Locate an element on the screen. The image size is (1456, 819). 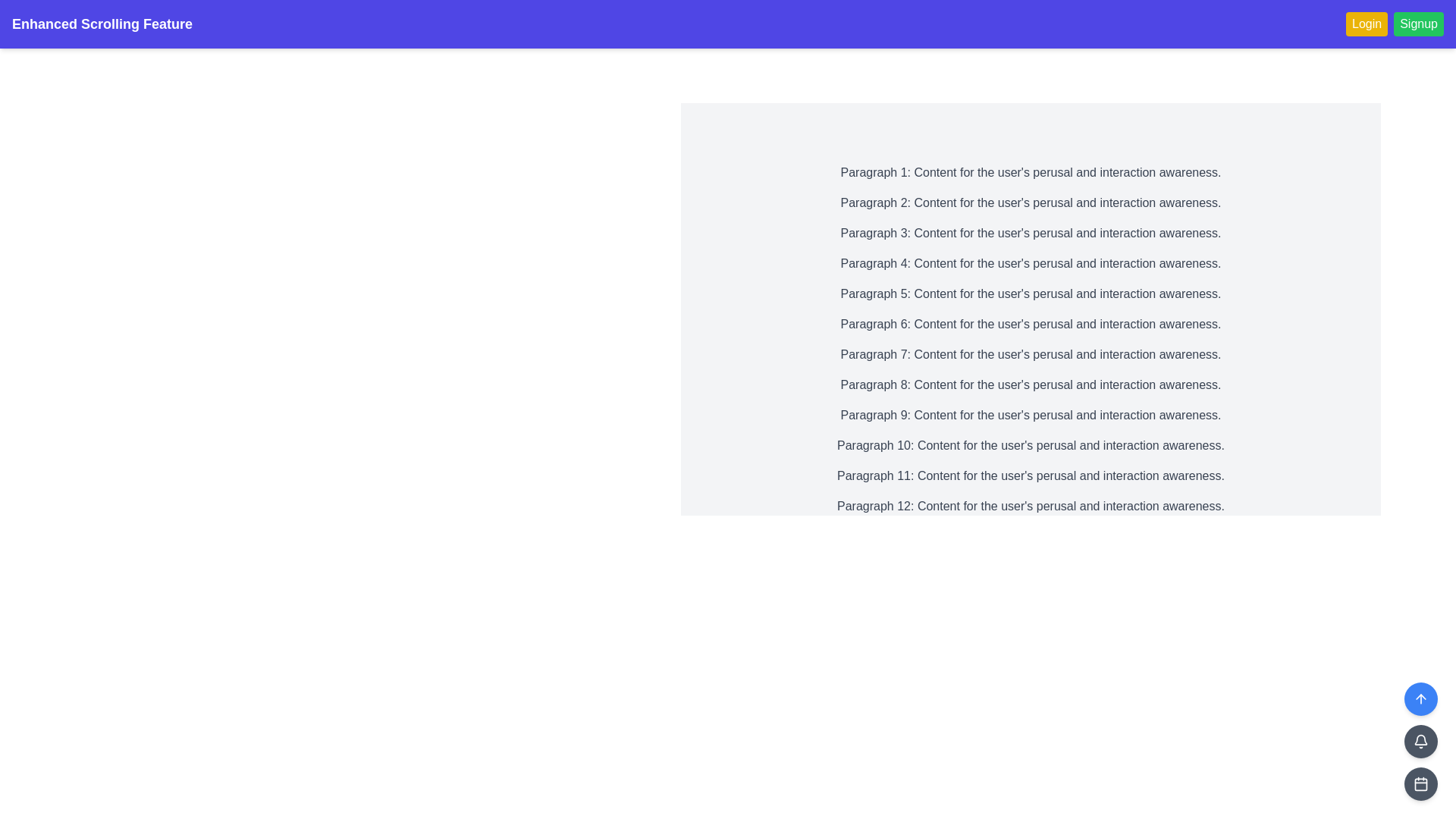
the text label that contains 'Paragraph 5: Content for the user's perusal and interaction awareness.', which is styled in gray text and is the fifth paragraph in a vertically-stacked list is located at coordinates (1031, 294).